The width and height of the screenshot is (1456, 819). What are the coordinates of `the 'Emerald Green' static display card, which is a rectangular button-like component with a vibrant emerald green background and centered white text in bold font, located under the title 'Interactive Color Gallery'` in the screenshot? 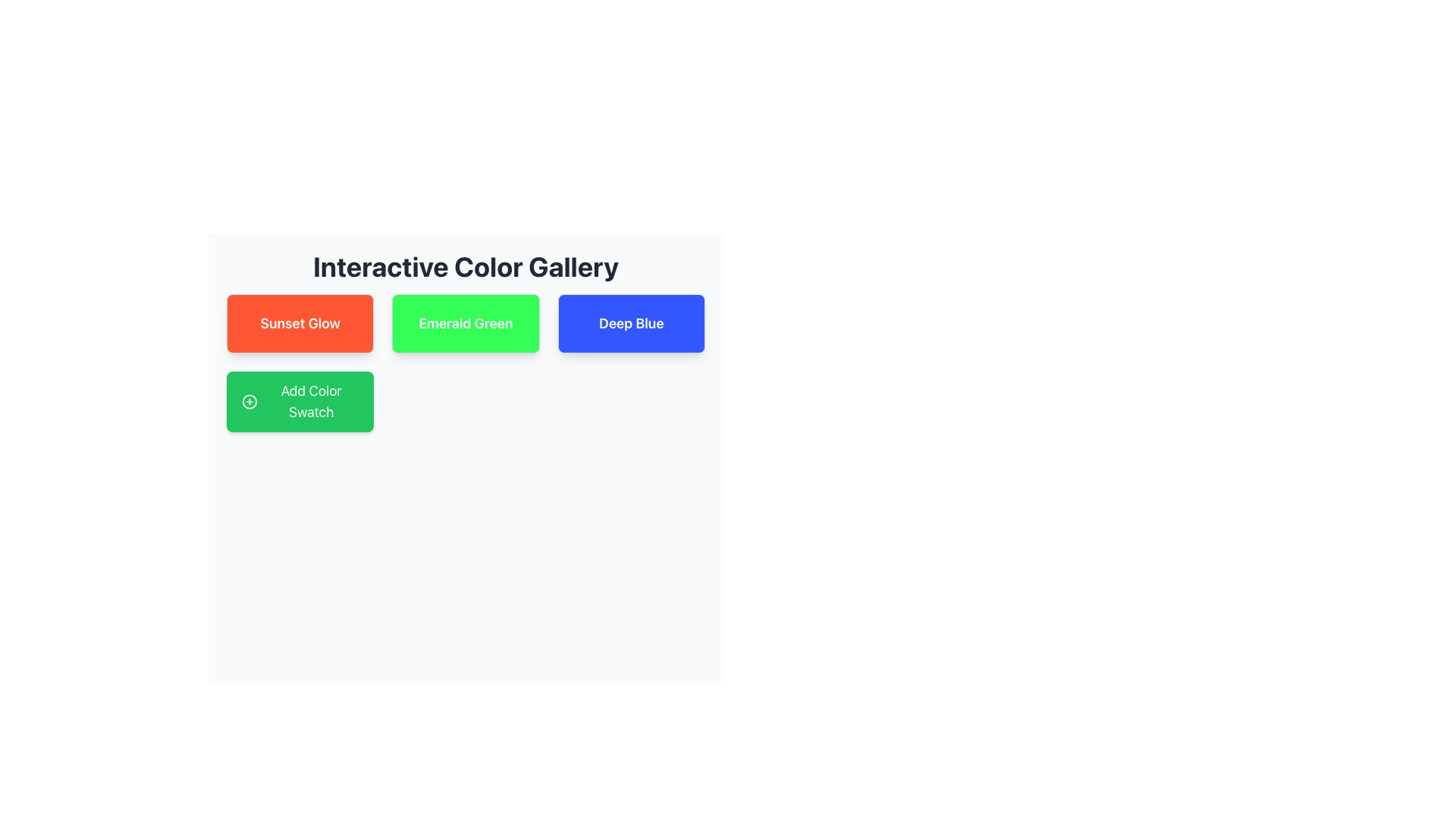 It's located at (465, 323).